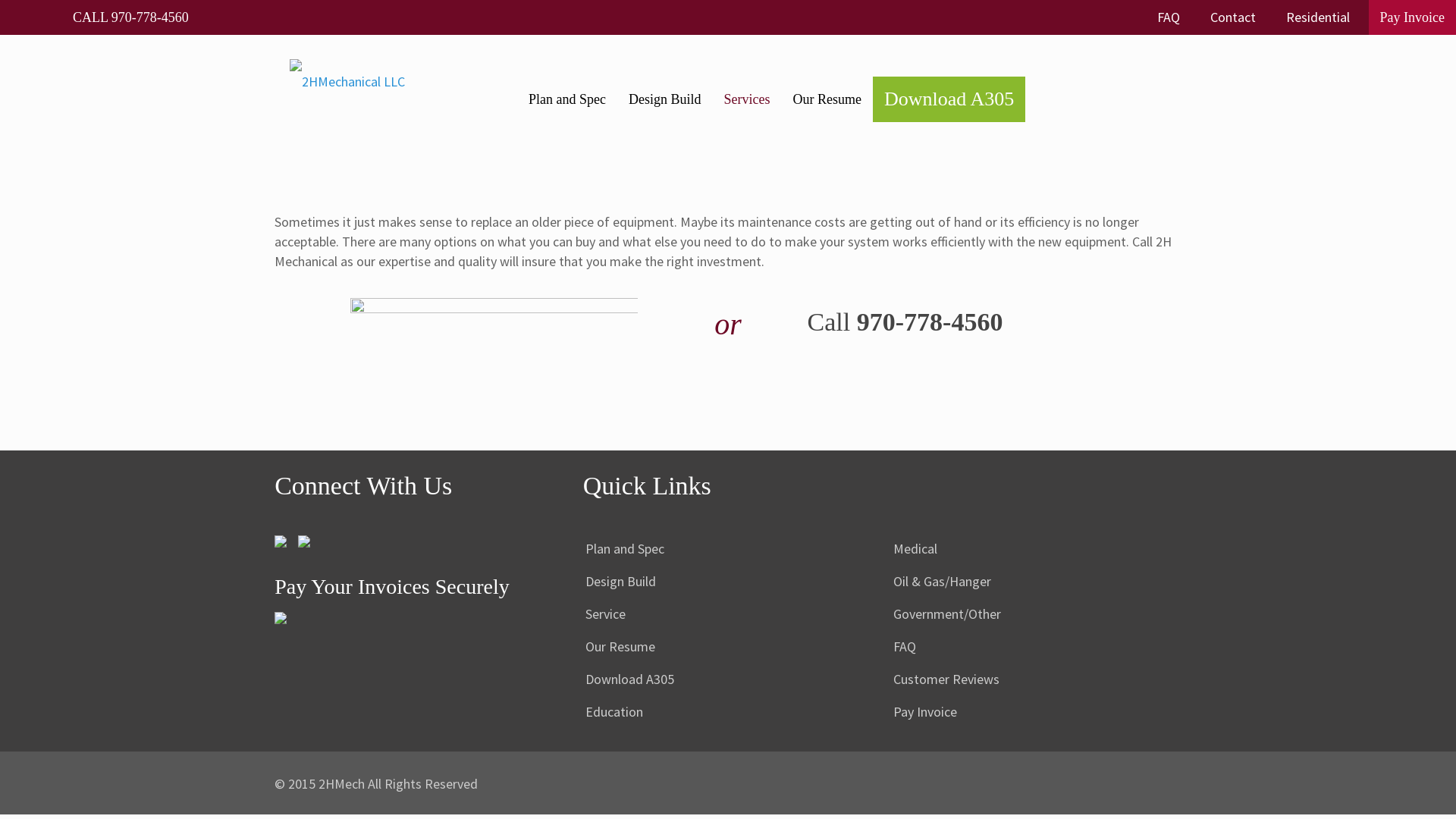  I want to click on 'Pay Invoice', so click(891, 712).